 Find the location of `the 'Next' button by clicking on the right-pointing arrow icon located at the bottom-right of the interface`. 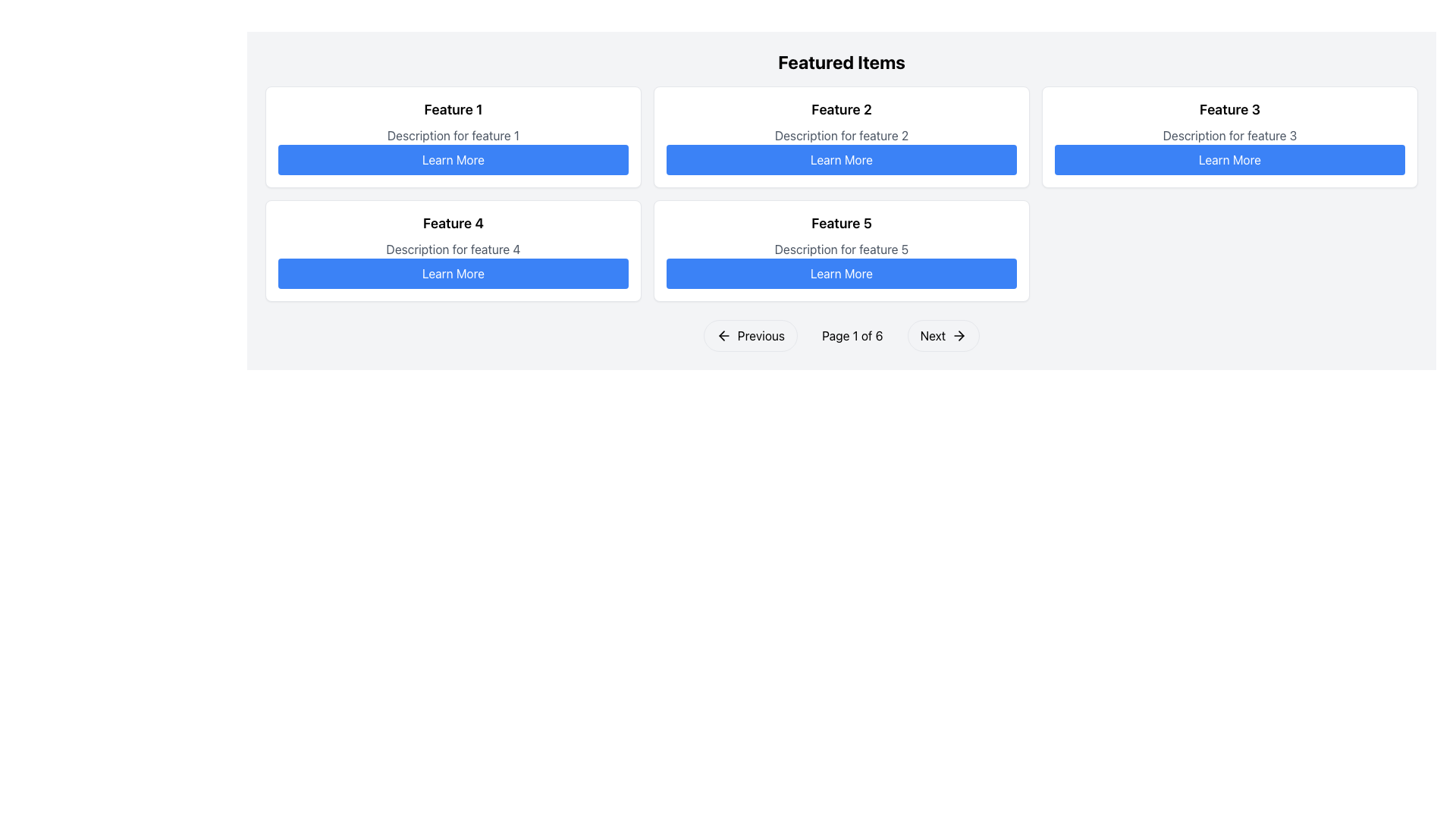

the 'Next' button by clicking on the right-pointing arrow icon located at the bottom-right of the interface is located at coordinates (960, 335).